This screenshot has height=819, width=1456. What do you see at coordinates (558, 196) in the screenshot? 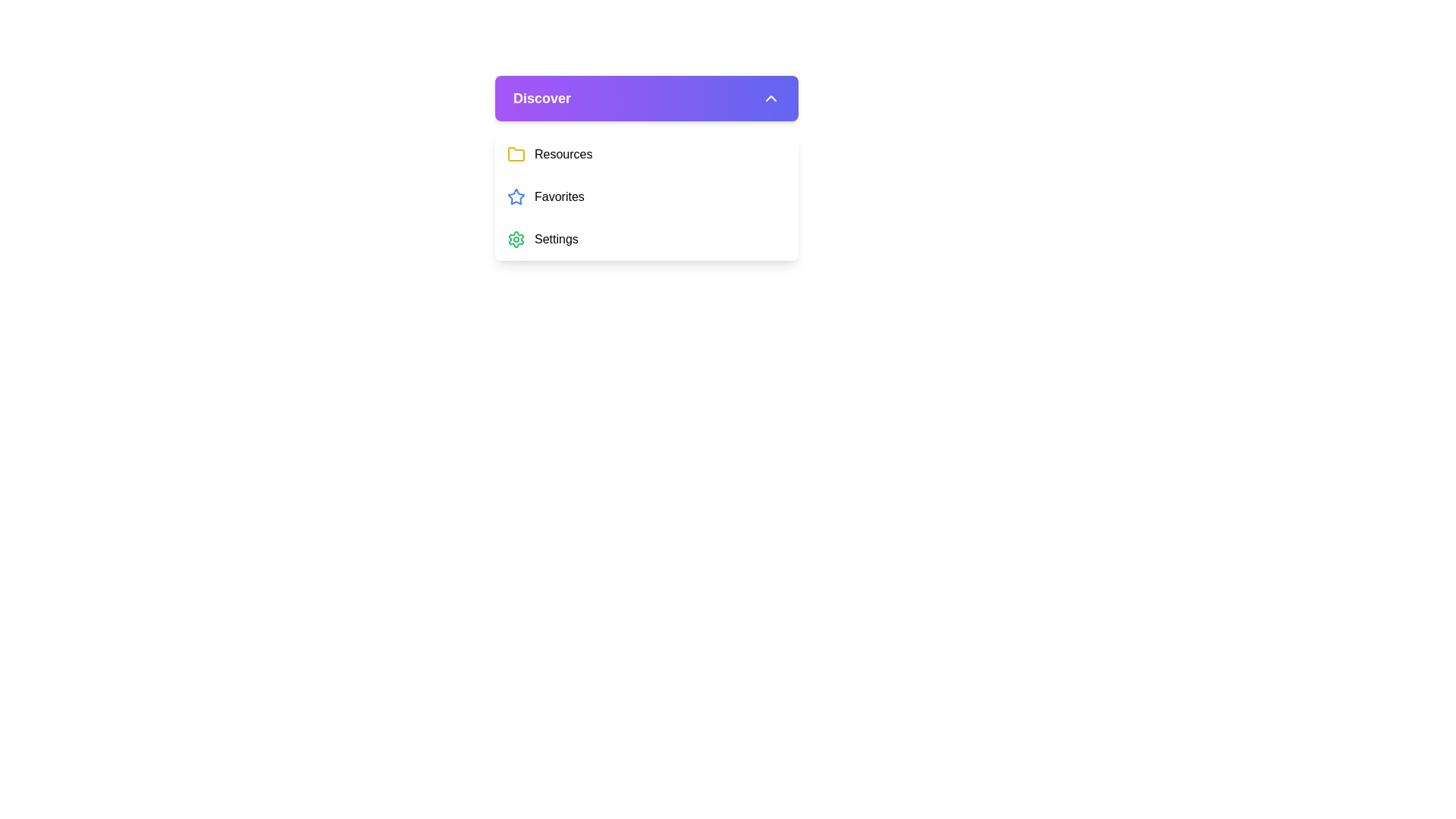
I see `the second menu item labeled 'Favorites' under the header 'Discover'` at bounding box center [558, 196].